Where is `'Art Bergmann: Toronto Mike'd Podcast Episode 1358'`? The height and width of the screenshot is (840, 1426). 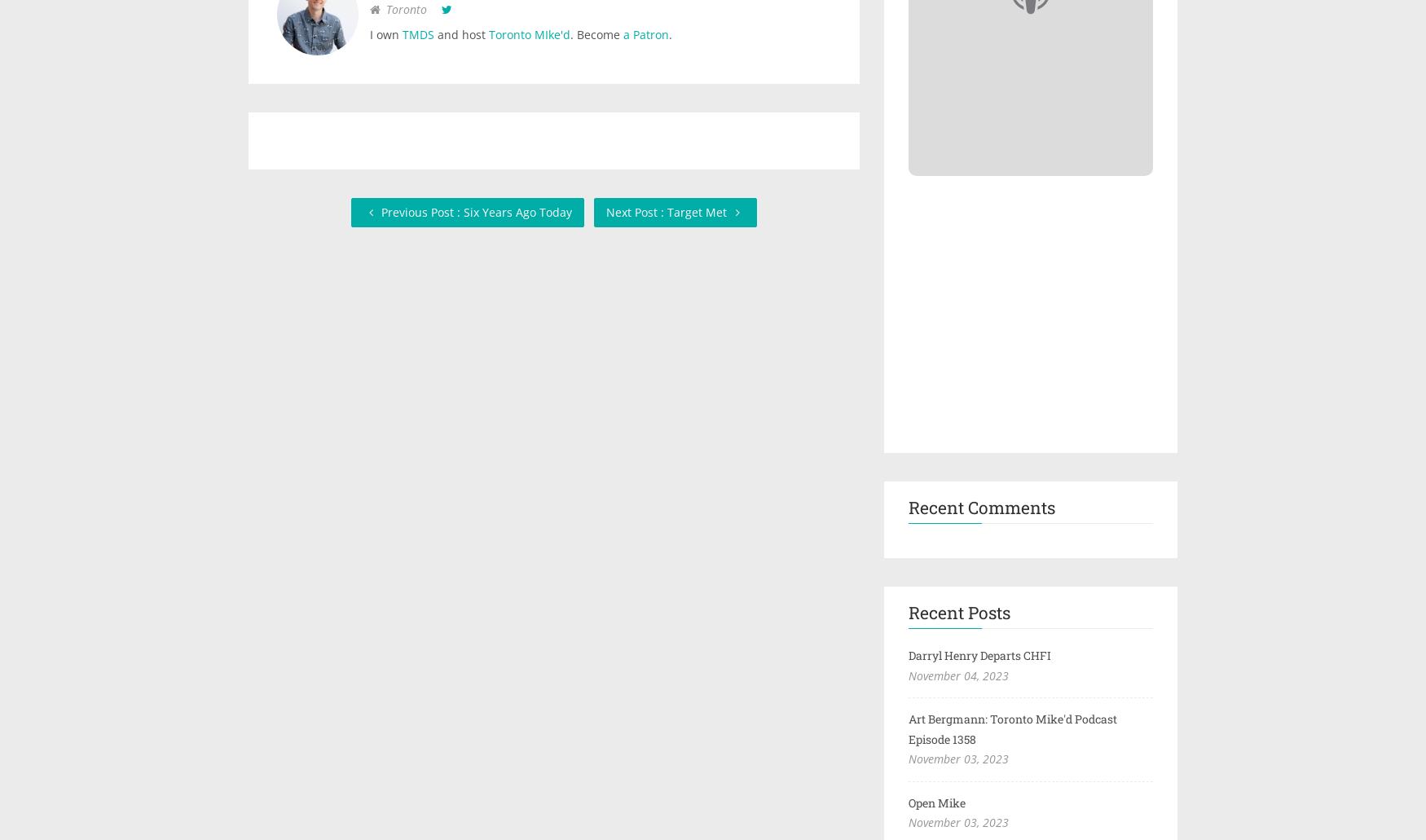
'Art Bergmann: Toronto Mike'd Podcast Episode 1358' is located at coordinates (1013, 728).